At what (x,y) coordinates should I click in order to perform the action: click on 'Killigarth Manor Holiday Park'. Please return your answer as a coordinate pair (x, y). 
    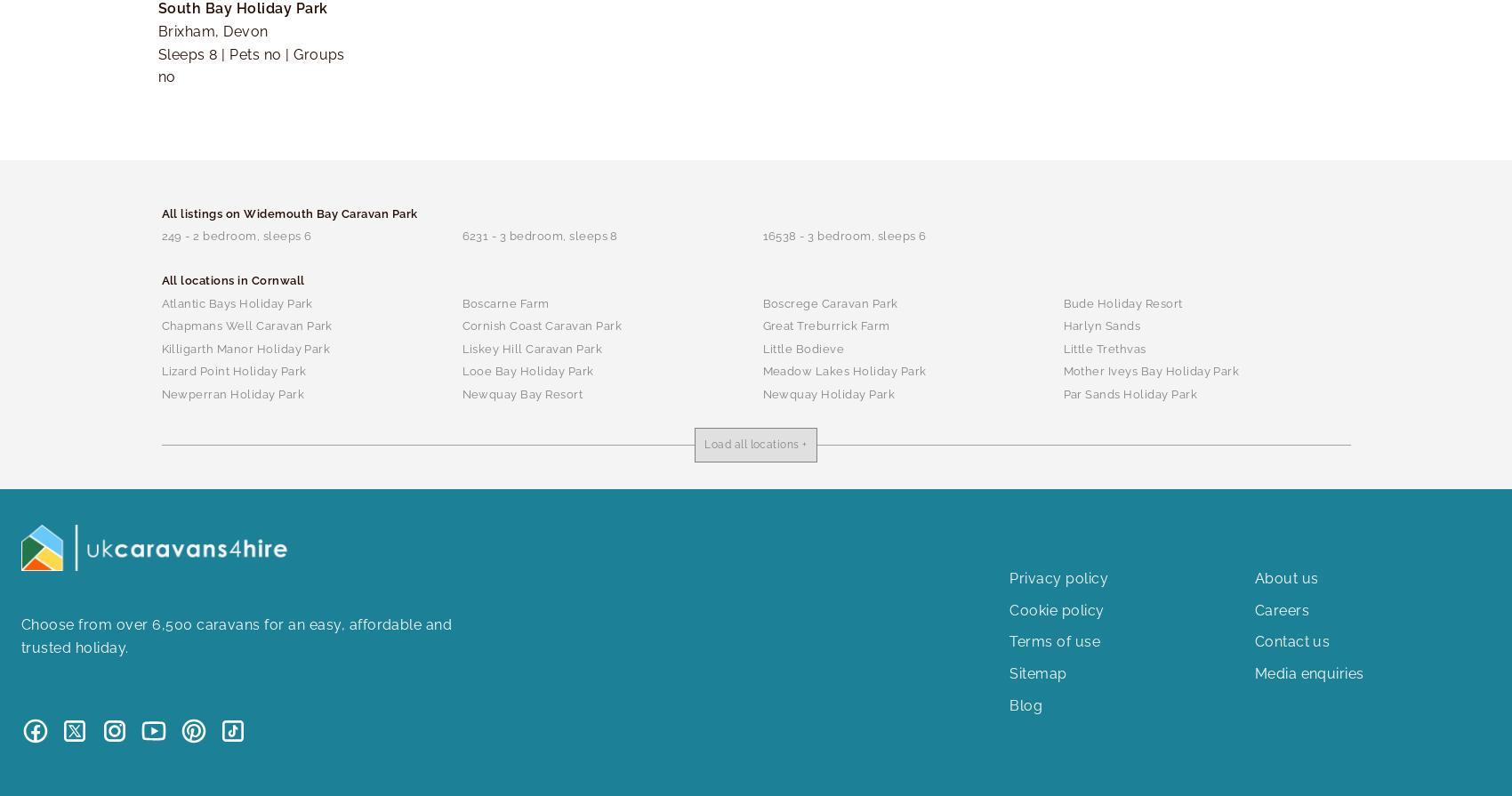
    Looking at the image, I should click on (245, 348).